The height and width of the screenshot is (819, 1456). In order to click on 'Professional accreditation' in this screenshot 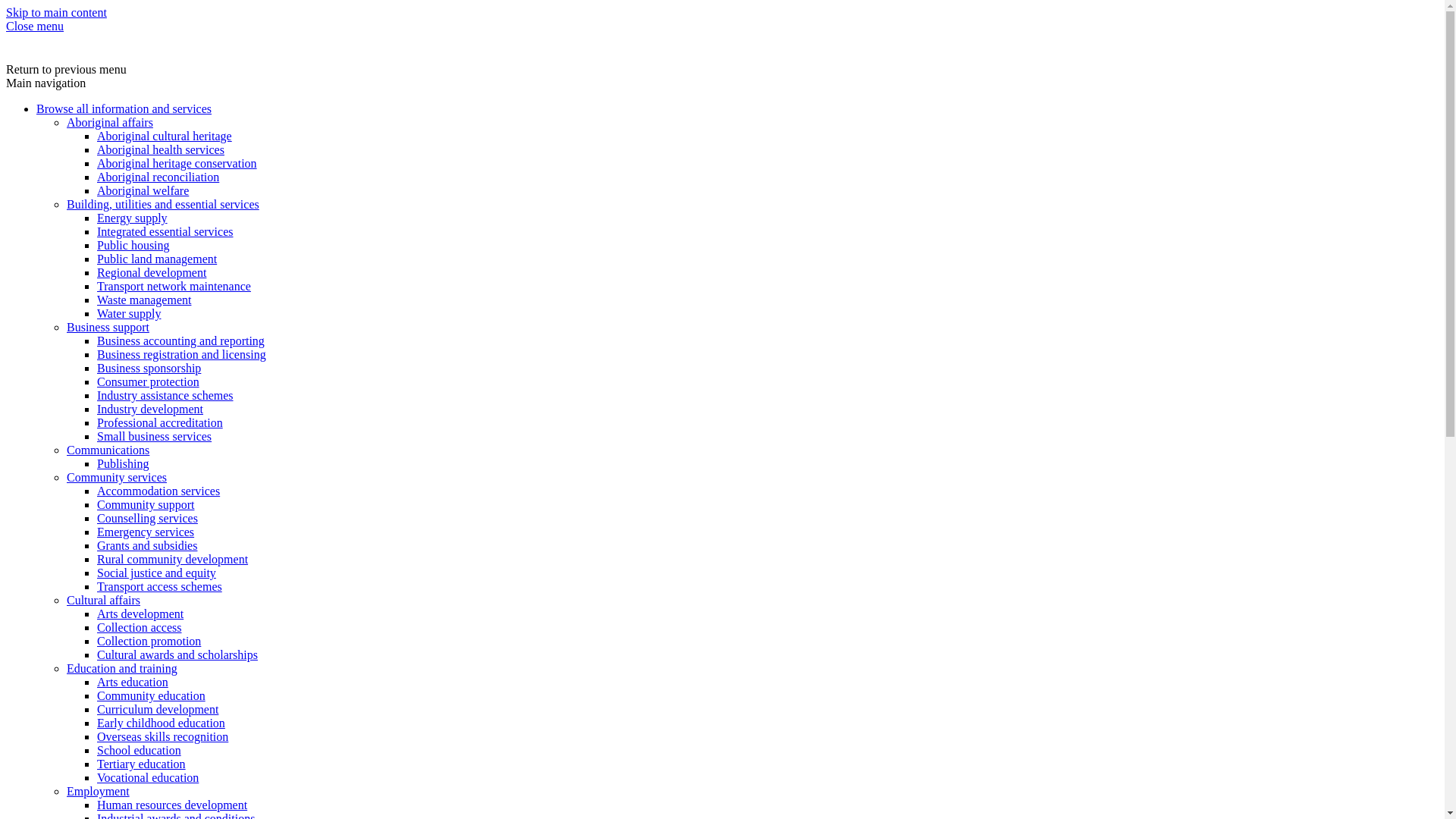, I will do `click(160, 422)`.